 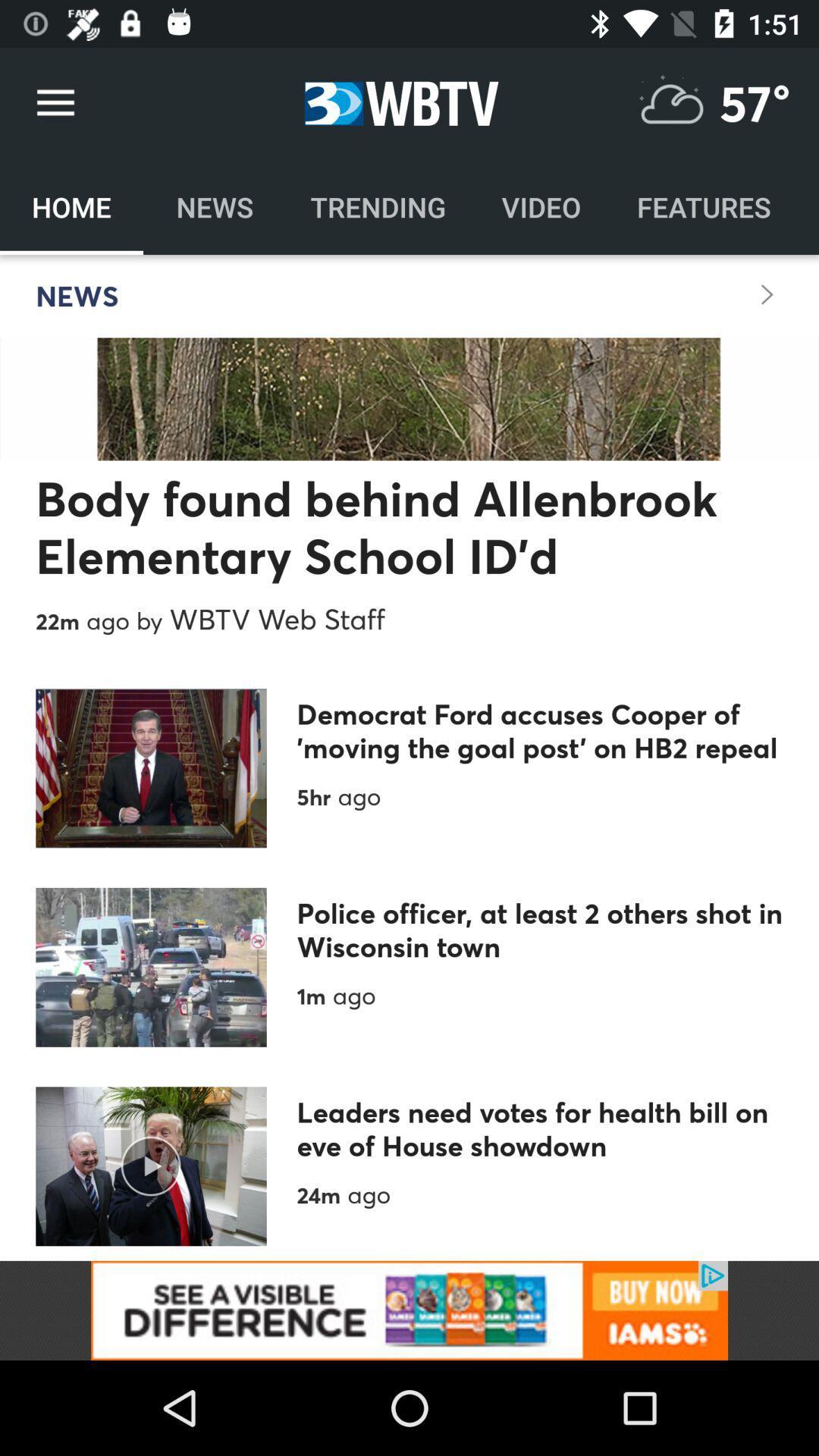 What do you see at coordinates (409, 1310) in the screenshot?
I see `advertisement` at bounding box center [409, 1310].